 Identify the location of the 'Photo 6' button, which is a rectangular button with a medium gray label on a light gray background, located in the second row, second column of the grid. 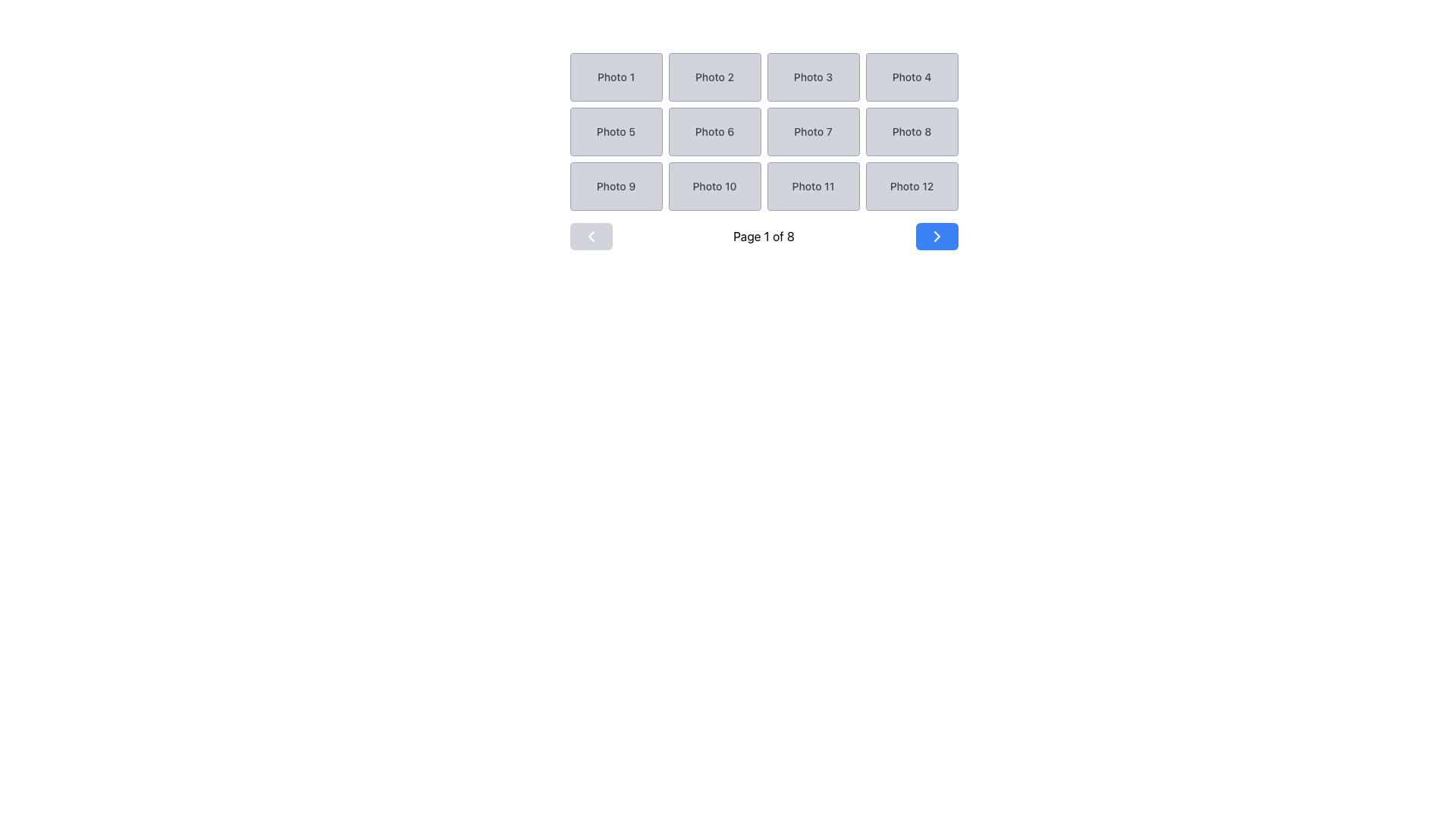
(714, 130).